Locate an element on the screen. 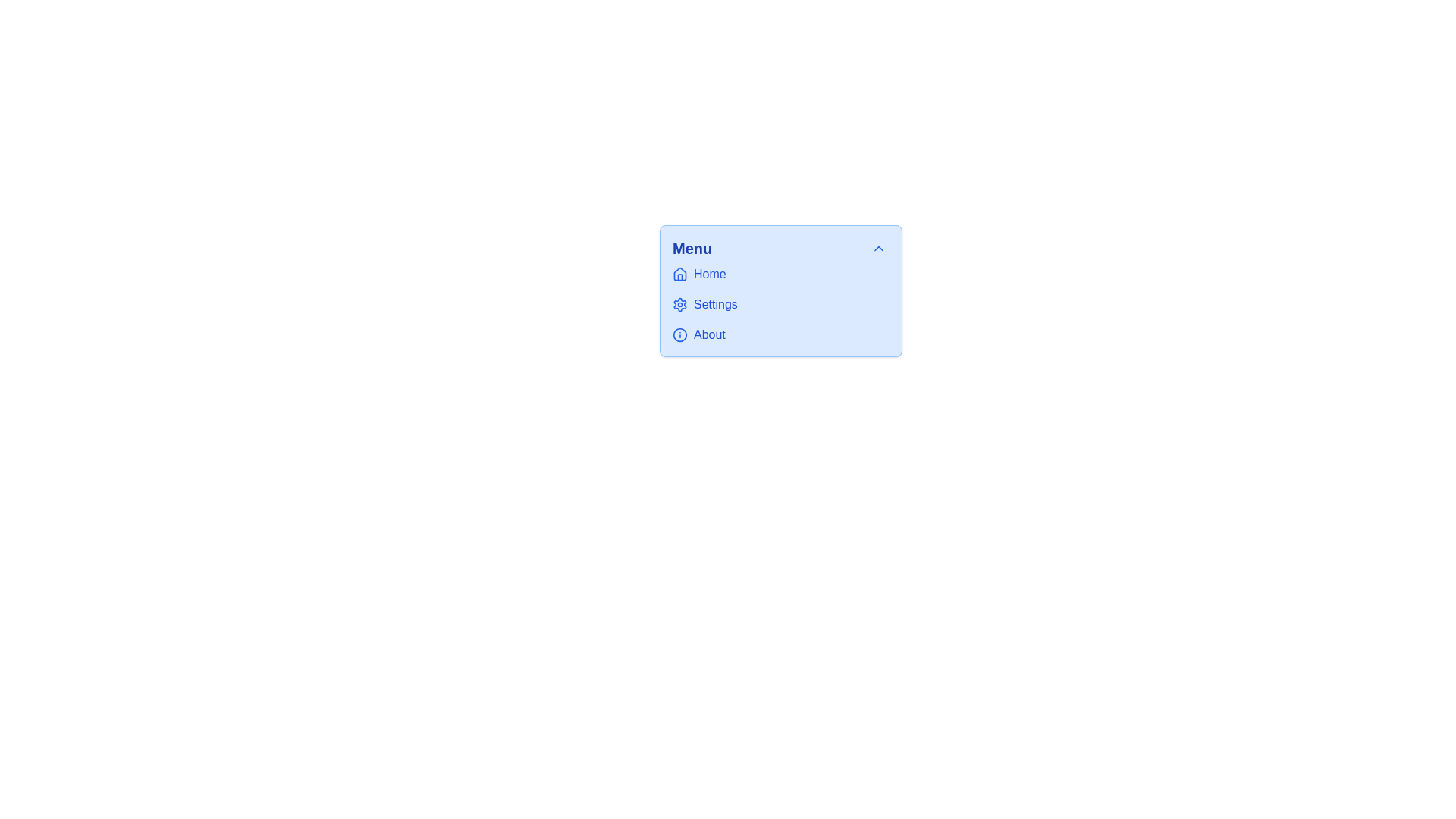 Image resolution: width=1456 pixels, height=819 pixels. the 'Settings' item in the vertical menu list to highlight or select it is located at coordinates (781, 304).